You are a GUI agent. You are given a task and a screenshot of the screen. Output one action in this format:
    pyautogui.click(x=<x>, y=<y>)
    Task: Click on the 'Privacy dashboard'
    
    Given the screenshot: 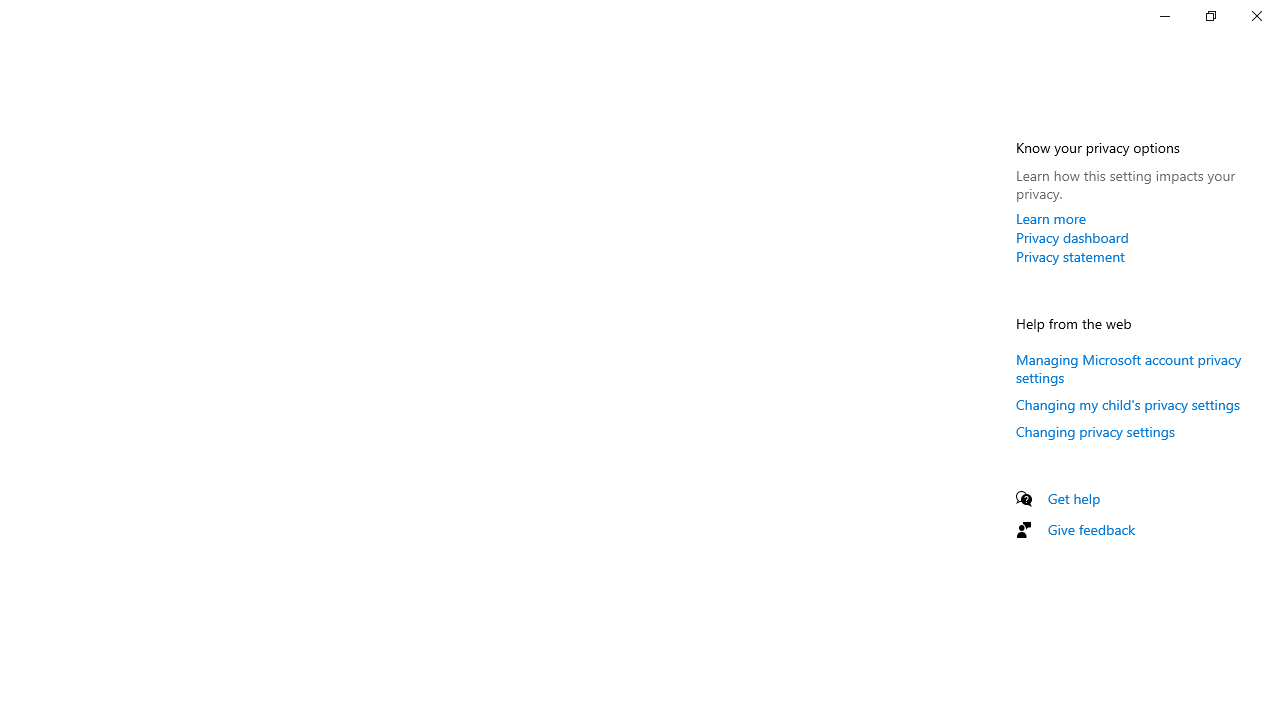 What is the action you would take?
    pyautogui.click(x=1071, y=236)
    